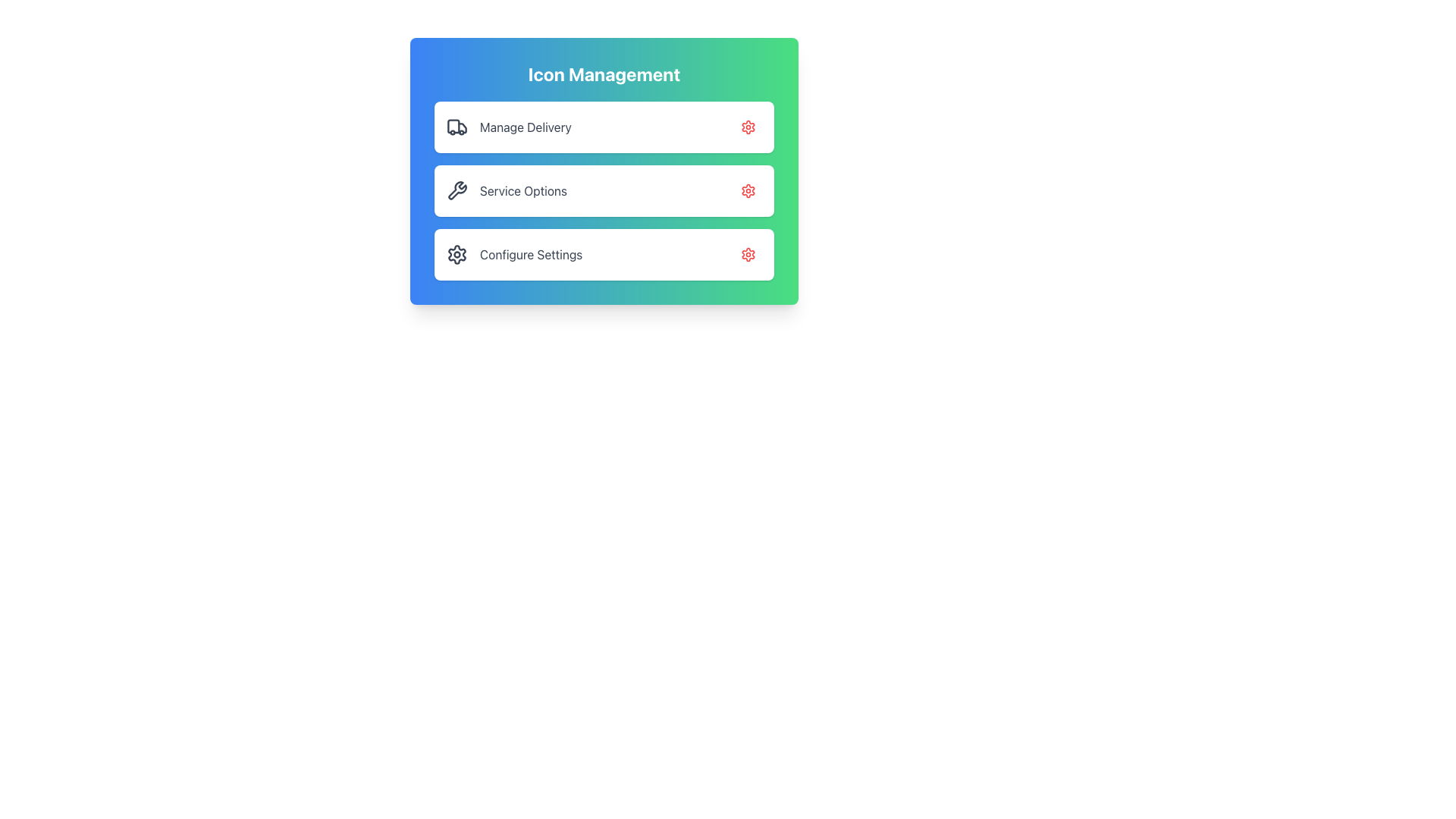  What do you see at coordinates (531, 253) in the screenshot?
I see `the 'Configure Settings' text label, which is part of a row layout with gear icons on either side, located in the bottom row of a vertical list` at bounding box center [531, 253].